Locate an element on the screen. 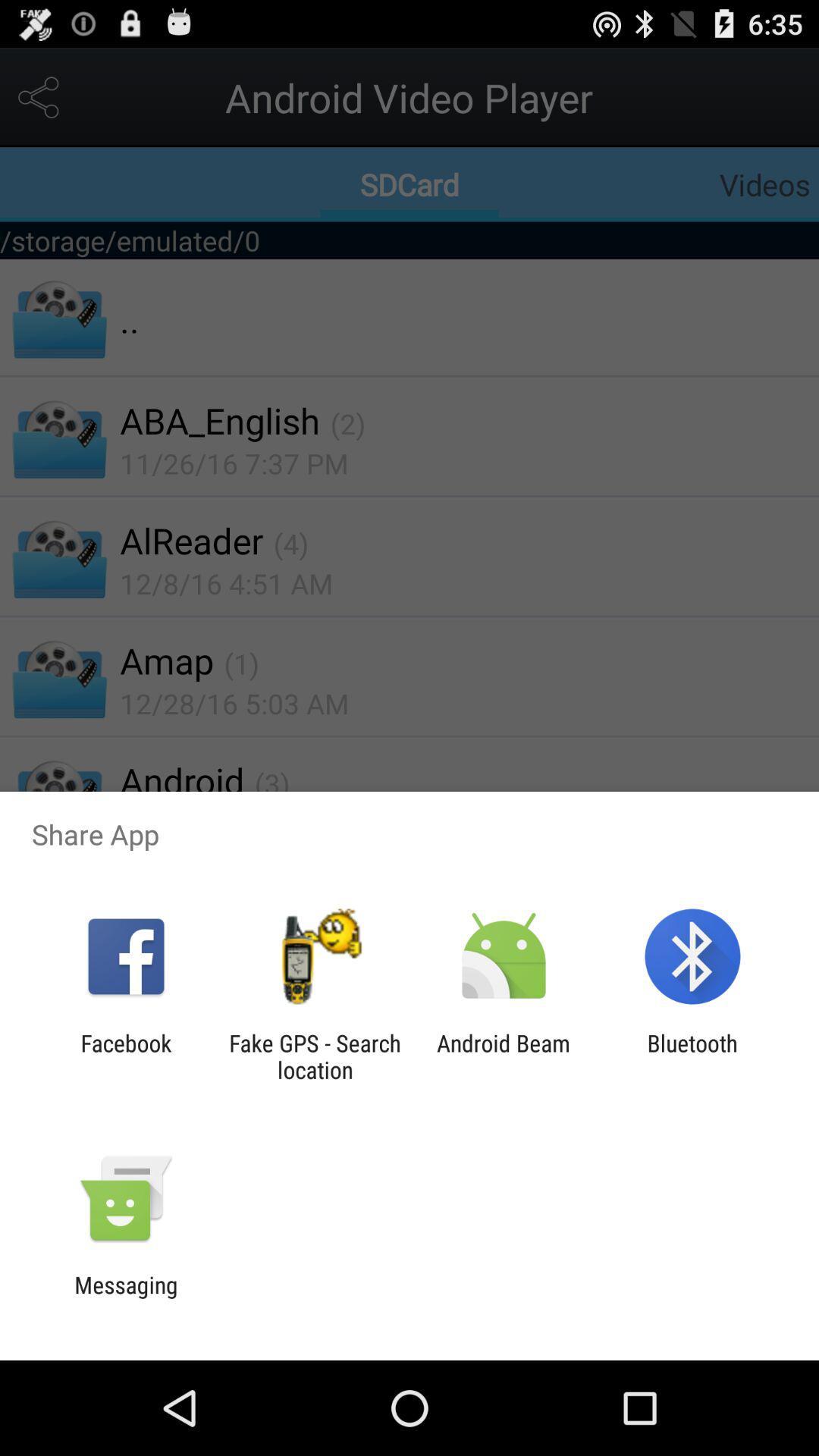 The width and height of the screenshot is (819, 1456). bluetooth item is located at coordinates (692, 1056).